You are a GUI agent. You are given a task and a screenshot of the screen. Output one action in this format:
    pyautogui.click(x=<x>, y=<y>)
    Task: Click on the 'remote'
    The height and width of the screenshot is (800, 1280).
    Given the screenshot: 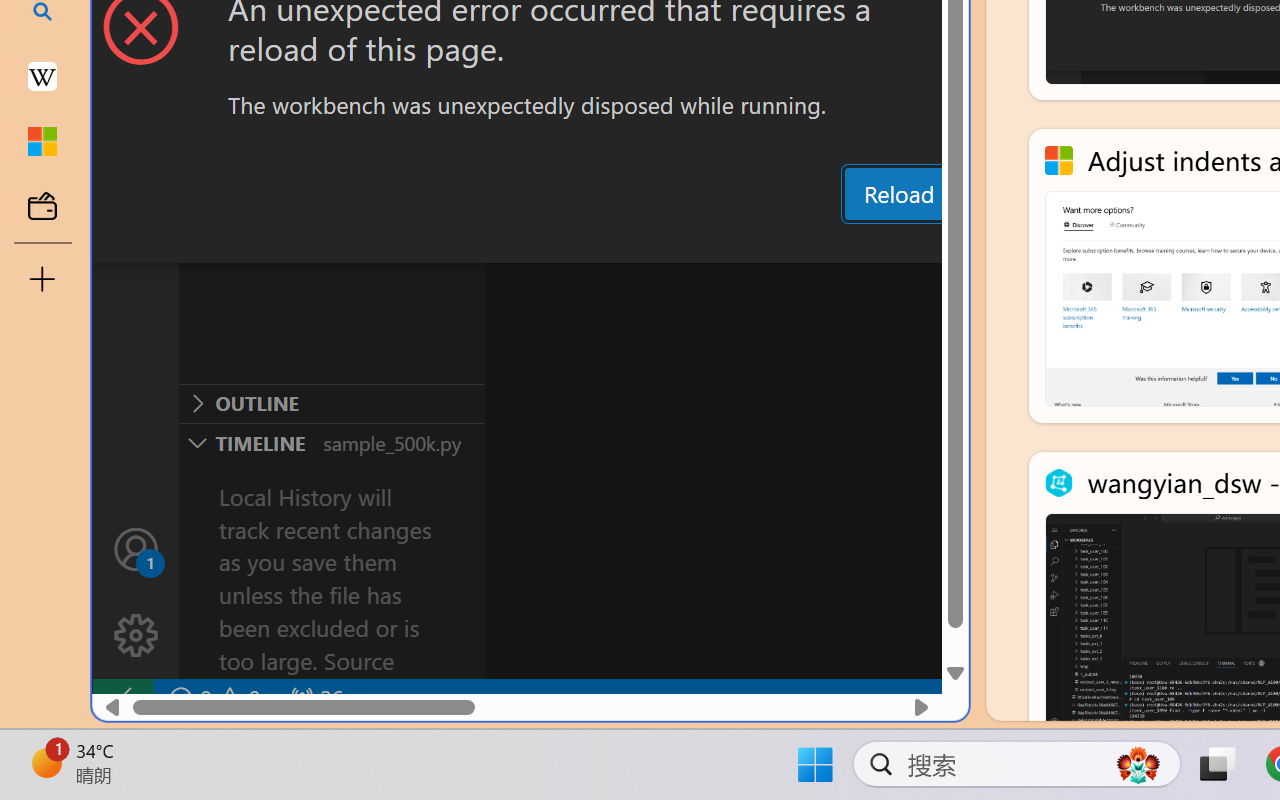 What is the action you would take?
    pyautogui.click(x=121, y=698)
    